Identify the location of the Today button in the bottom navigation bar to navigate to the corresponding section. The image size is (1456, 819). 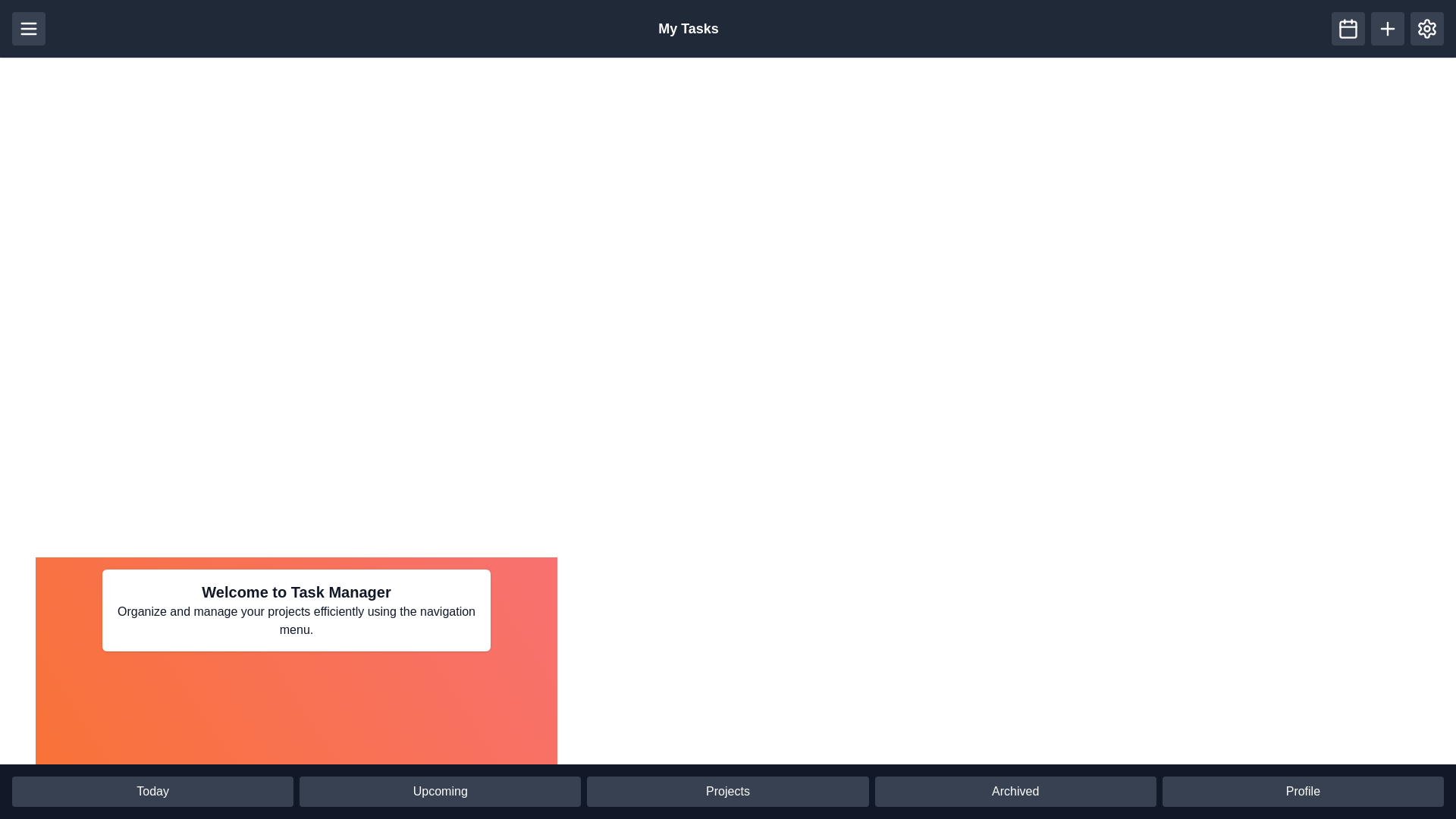
(152, 791).